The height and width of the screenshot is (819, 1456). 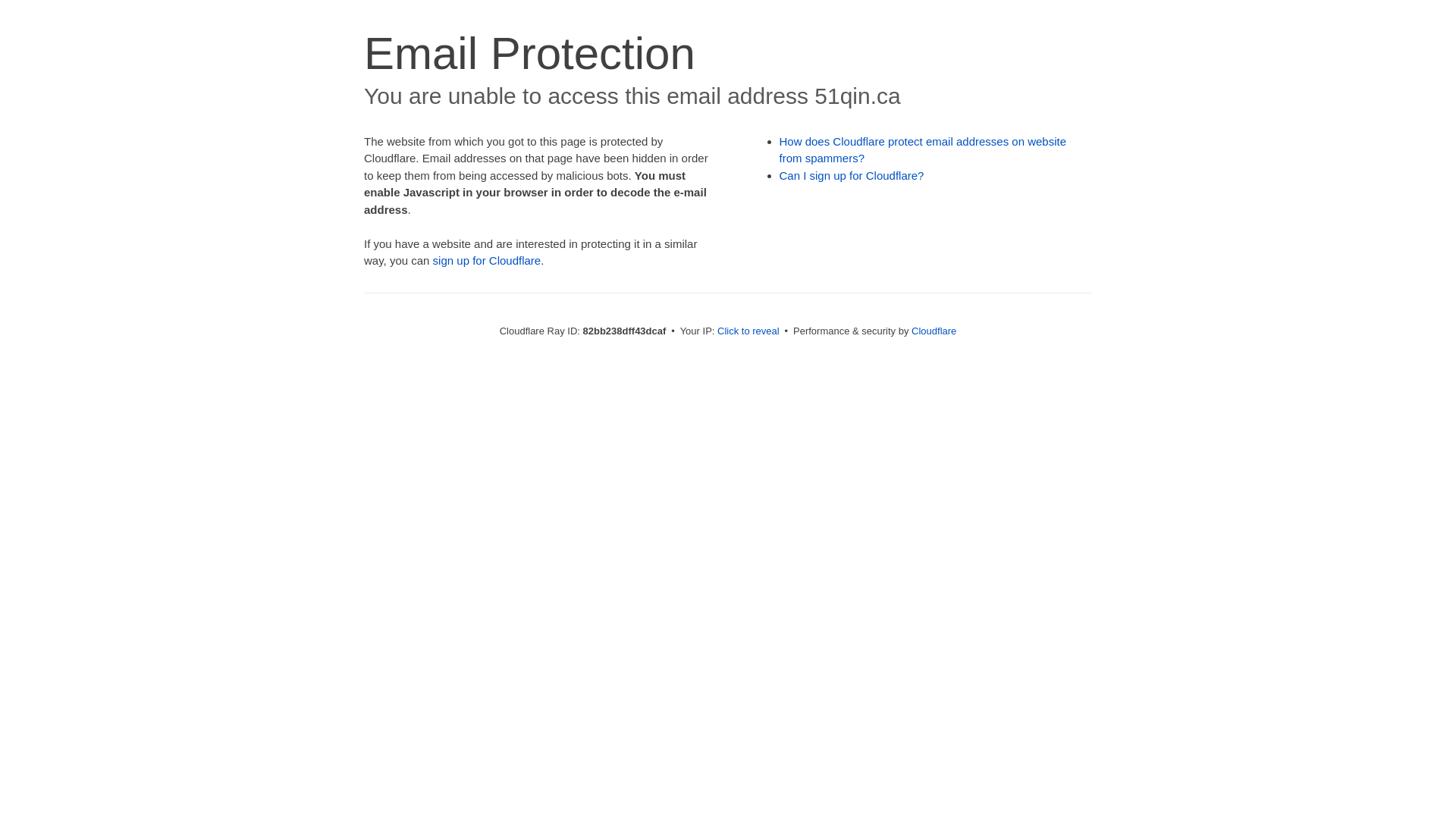 What do you see at coordinates (432, 259) in the screenshot?
I see `'sign up for Cloudflare'` at bounding box center [432, 259].